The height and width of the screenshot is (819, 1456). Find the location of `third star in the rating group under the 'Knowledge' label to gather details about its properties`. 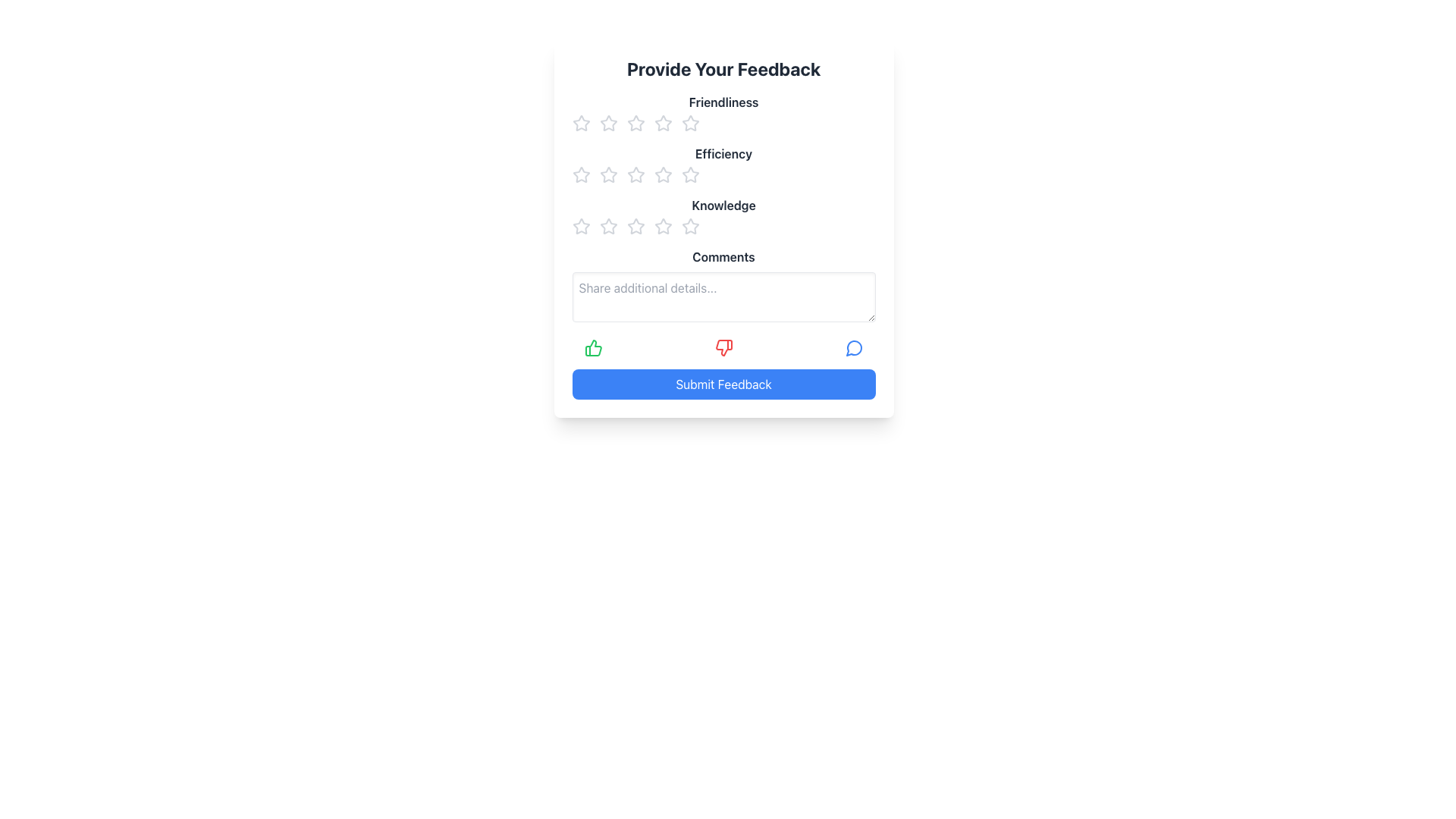

third star in the rating group under the 'Knowledge' label to gather details about its properties is located at coordinates (689, 227).